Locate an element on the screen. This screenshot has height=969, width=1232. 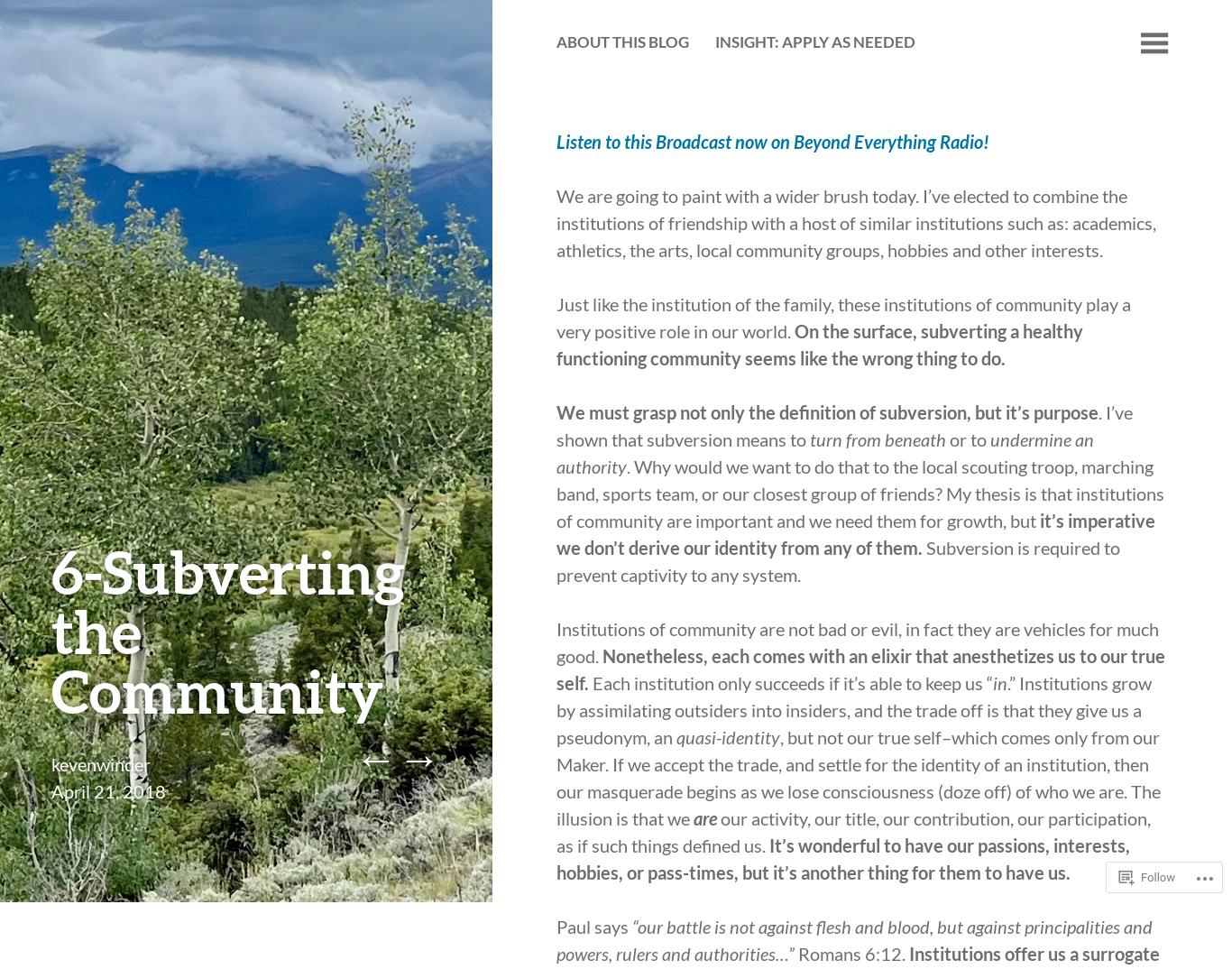
'It’s wonderful to have our passions, interests, hobbies, or pass-times, but it’s another thing for them to have us.' is located at coordinates (843, 858).